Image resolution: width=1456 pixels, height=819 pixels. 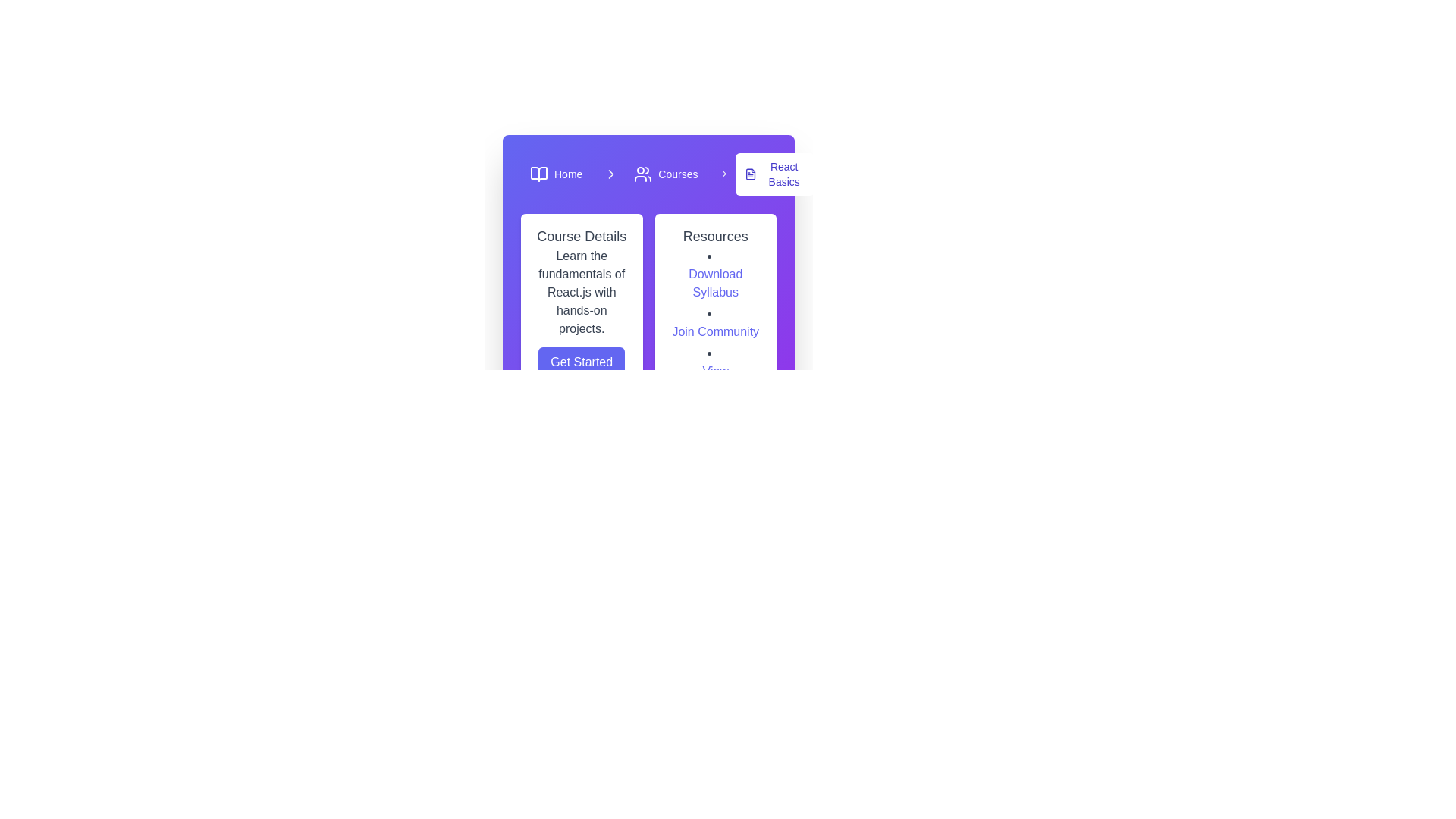 What do you see at coordinates (666, 174) in the screenshot?
I see `the second interactive button in the horizontal navigation bar, which serves as a link to the 'Courses' section` at bounding box center [666, 174].